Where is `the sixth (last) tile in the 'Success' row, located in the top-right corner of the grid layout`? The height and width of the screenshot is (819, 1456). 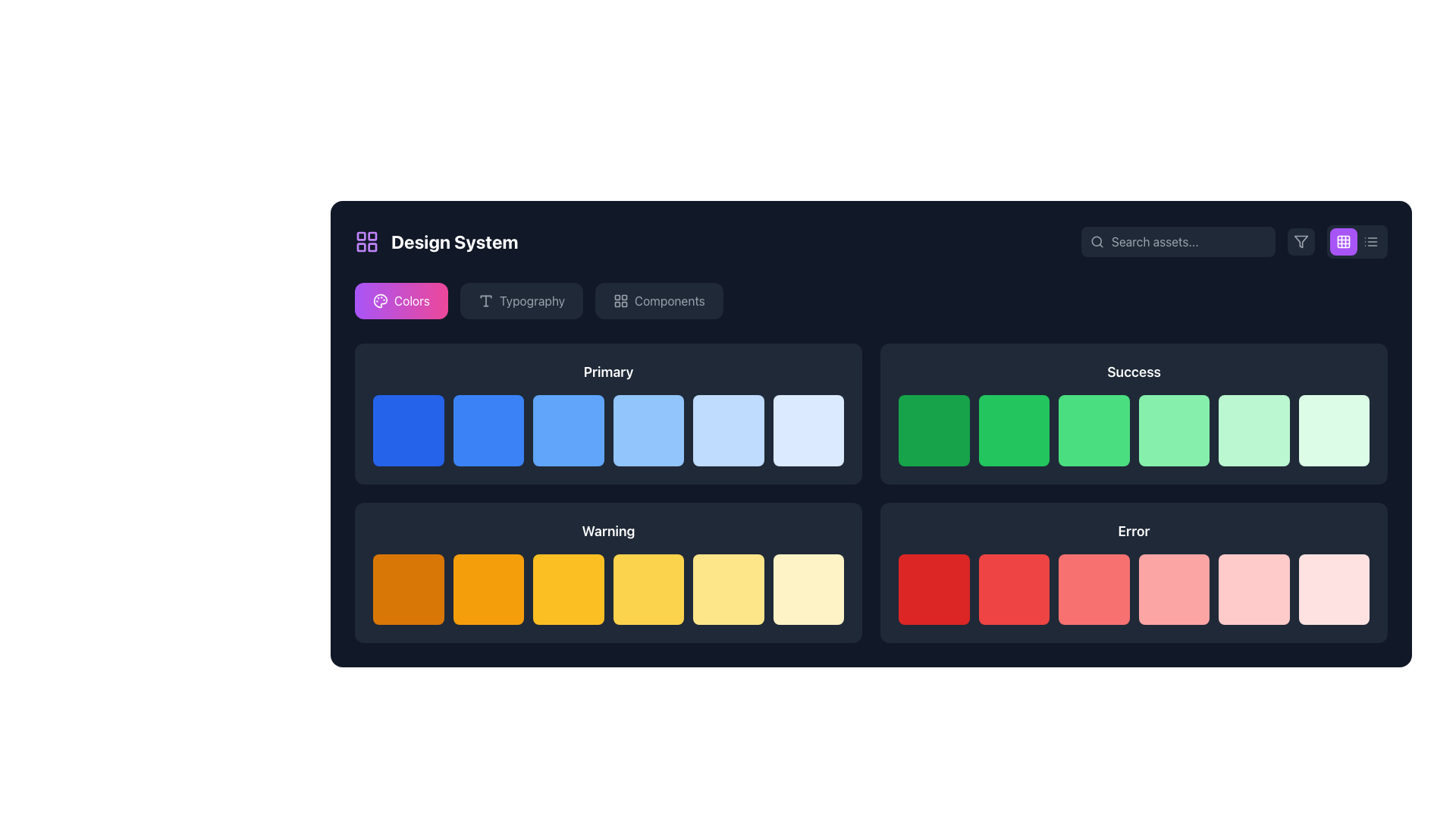 the sixth (last) tile in the 'Success' row, located in the top-right corner of the grid layout is located at coordinates (1333, 430).